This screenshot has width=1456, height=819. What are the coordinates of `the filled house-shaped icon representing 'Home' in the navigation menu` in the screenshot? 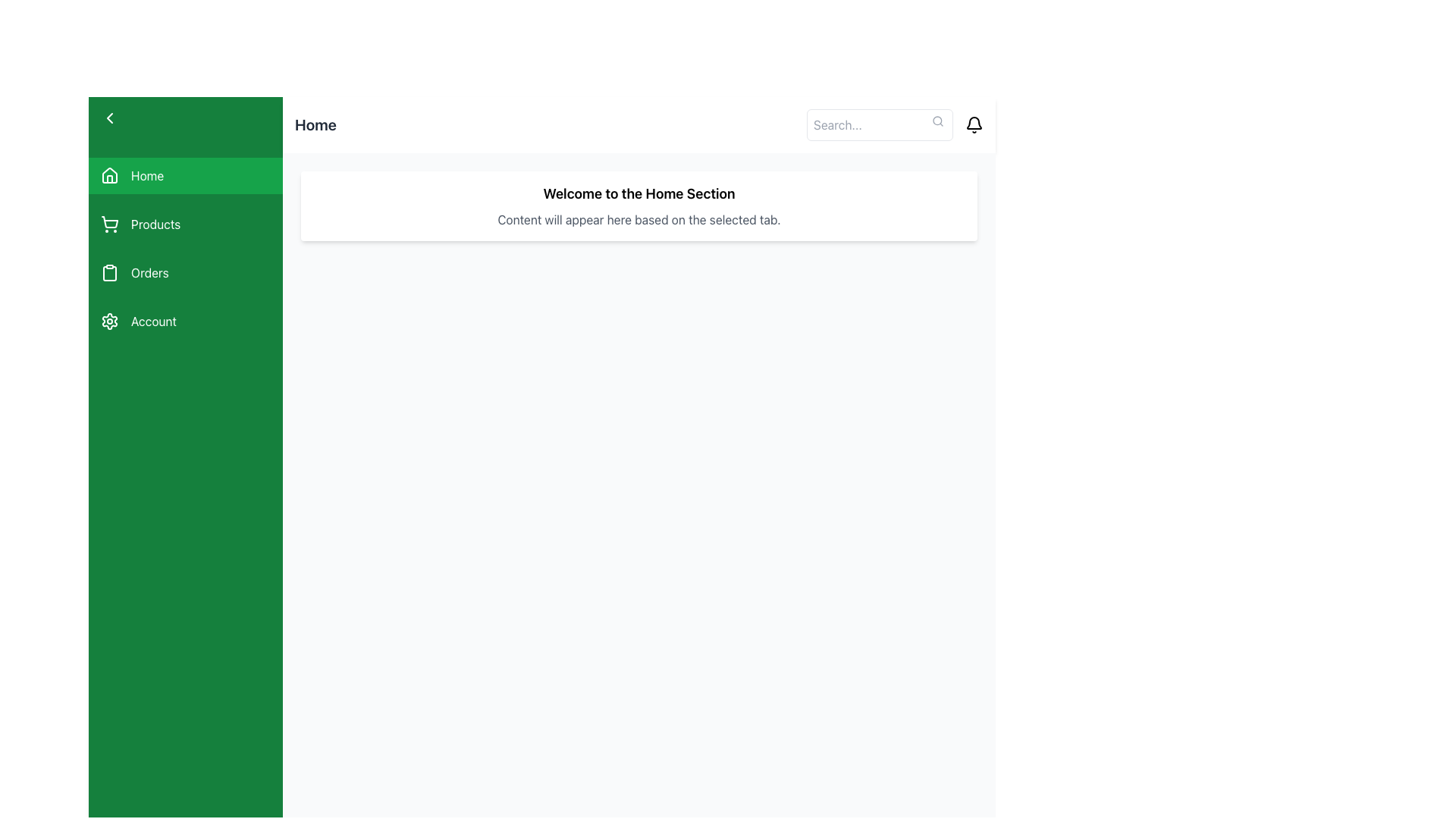 It's located at (108, 174).